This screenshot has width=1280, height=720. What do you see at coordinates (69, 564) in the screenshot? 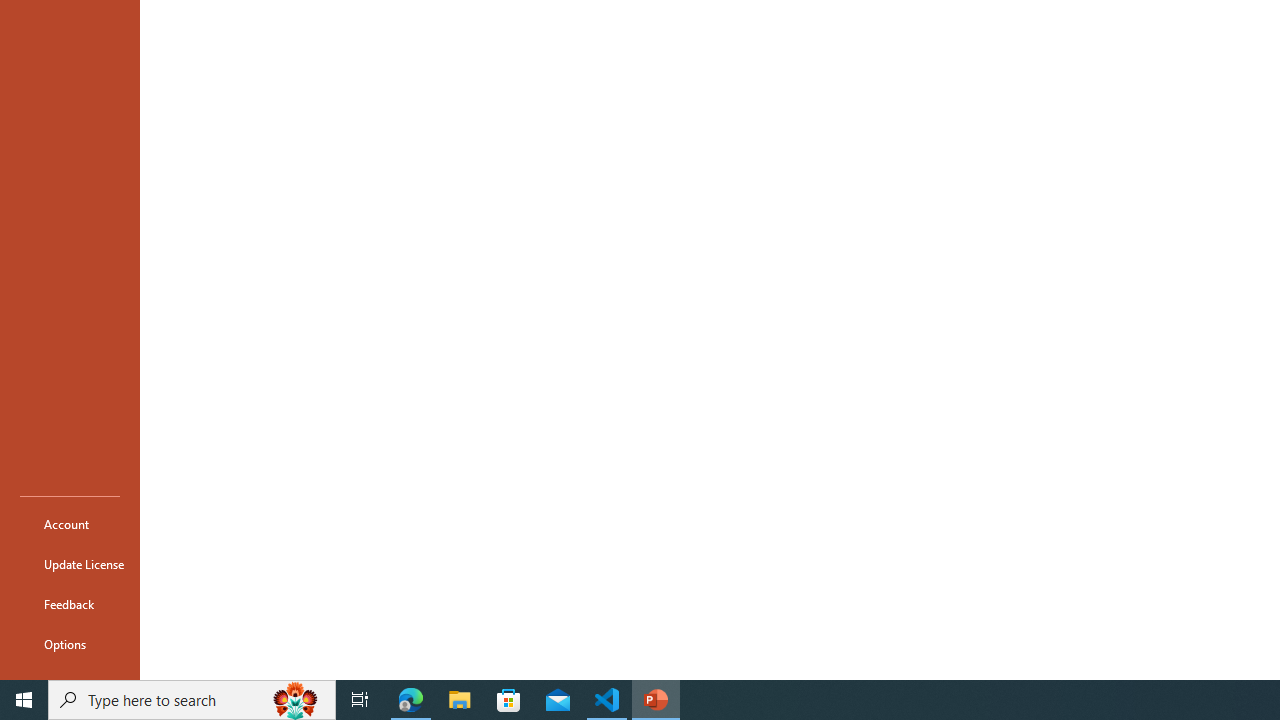
I see `'Update License'` at bounding box center [69, 564].